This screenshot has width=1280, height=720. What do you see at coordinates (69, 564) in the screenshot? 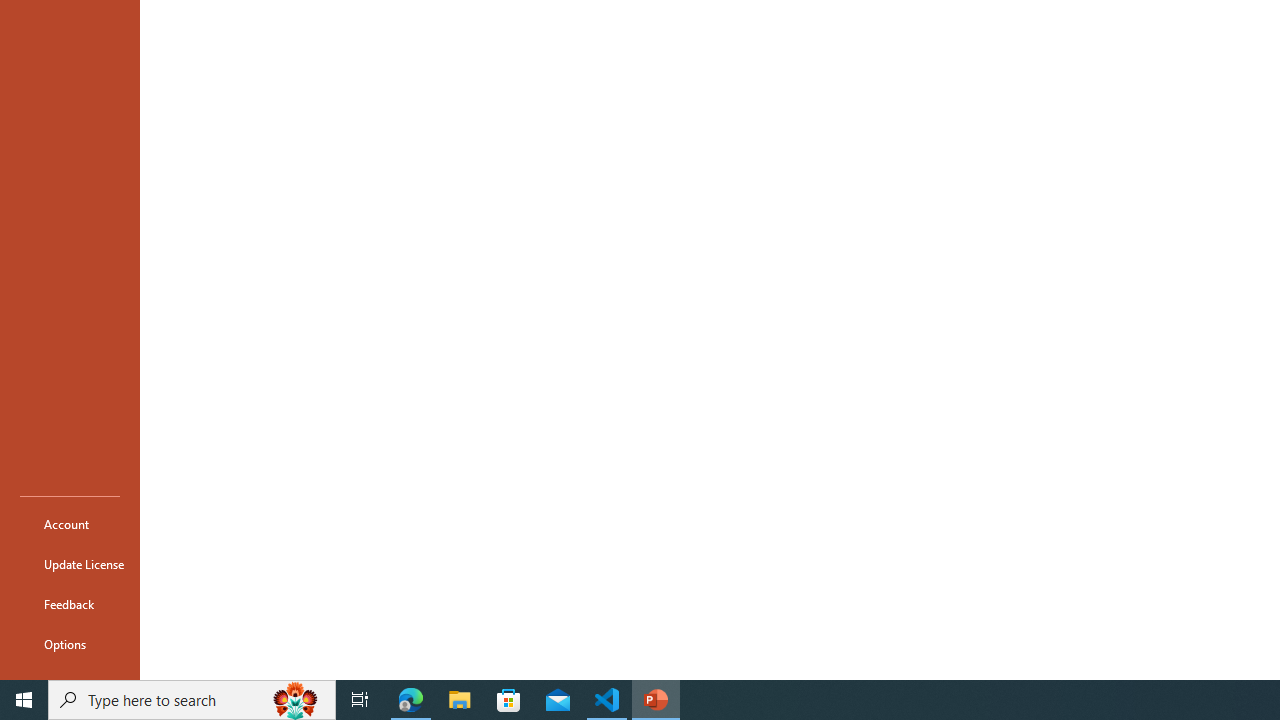
I see `'Update License'` at bounding box center [69, 564].